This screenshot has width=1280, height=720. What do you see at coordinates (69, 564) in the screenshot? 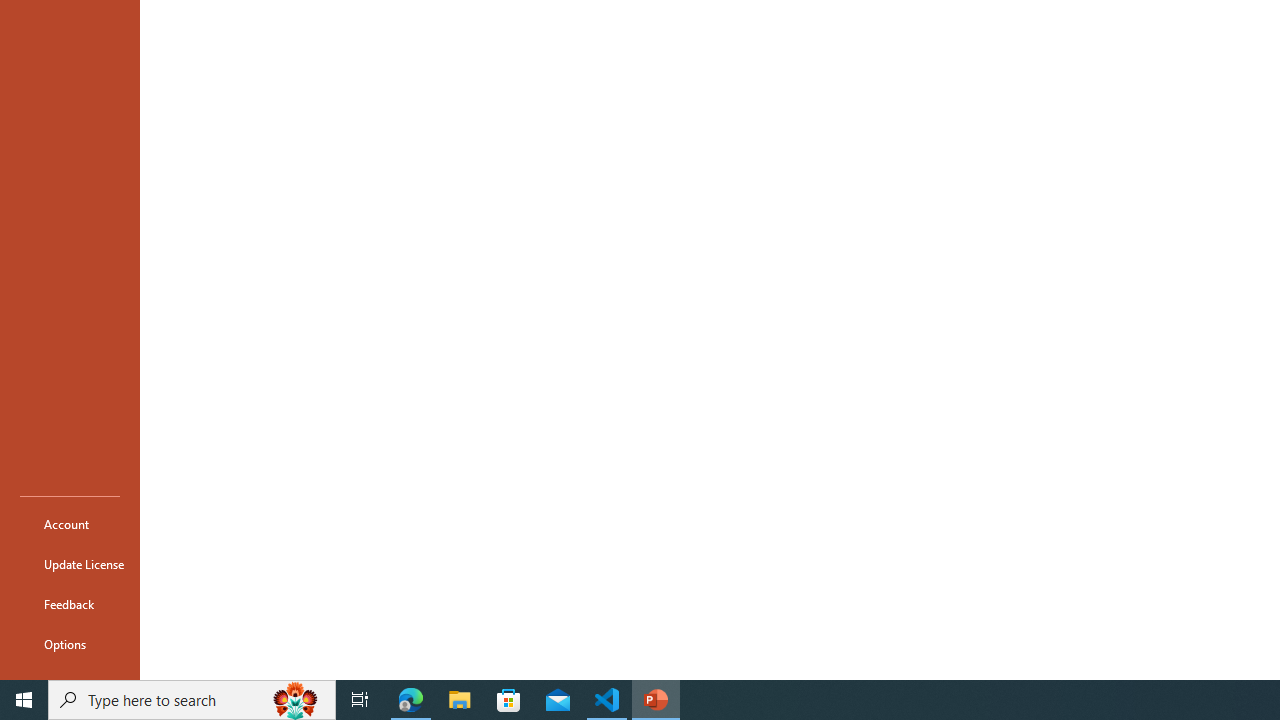
I see `'Update License'` at bounding box center [69, 564].